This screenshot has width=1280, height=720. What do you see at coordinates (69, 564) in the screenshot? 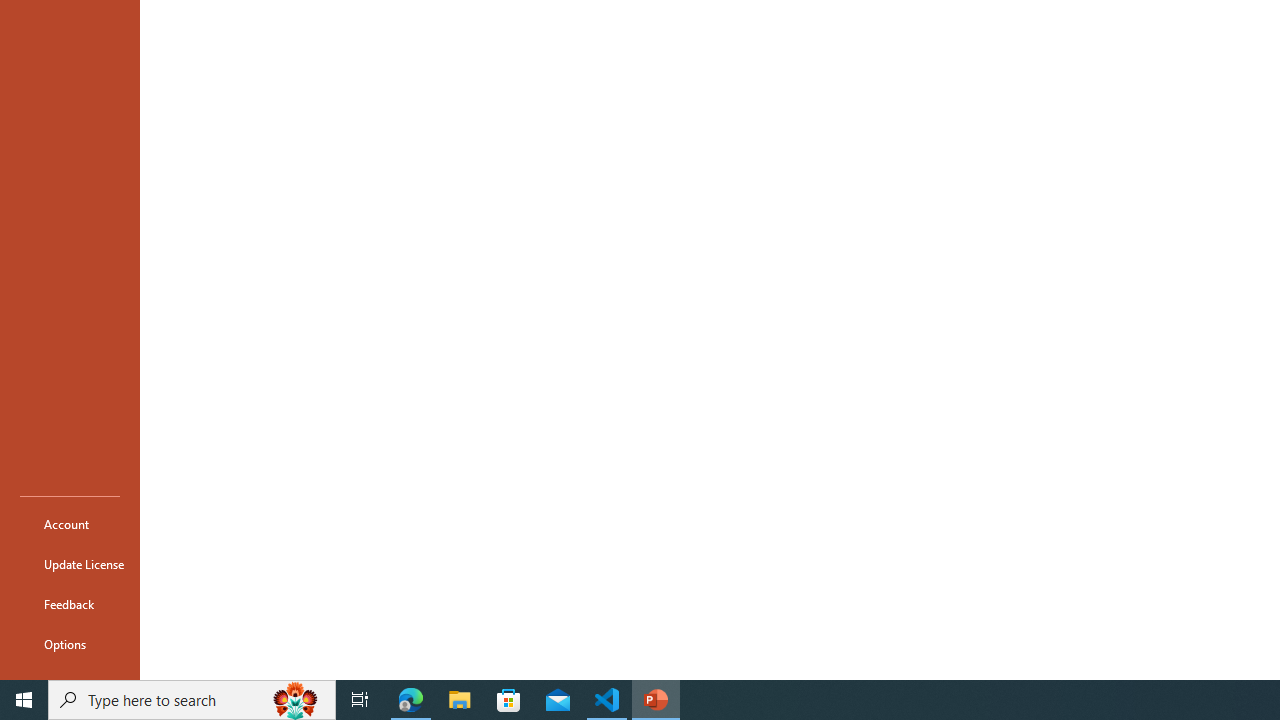
I see `'Update License'` at bounding box center [69, 564].